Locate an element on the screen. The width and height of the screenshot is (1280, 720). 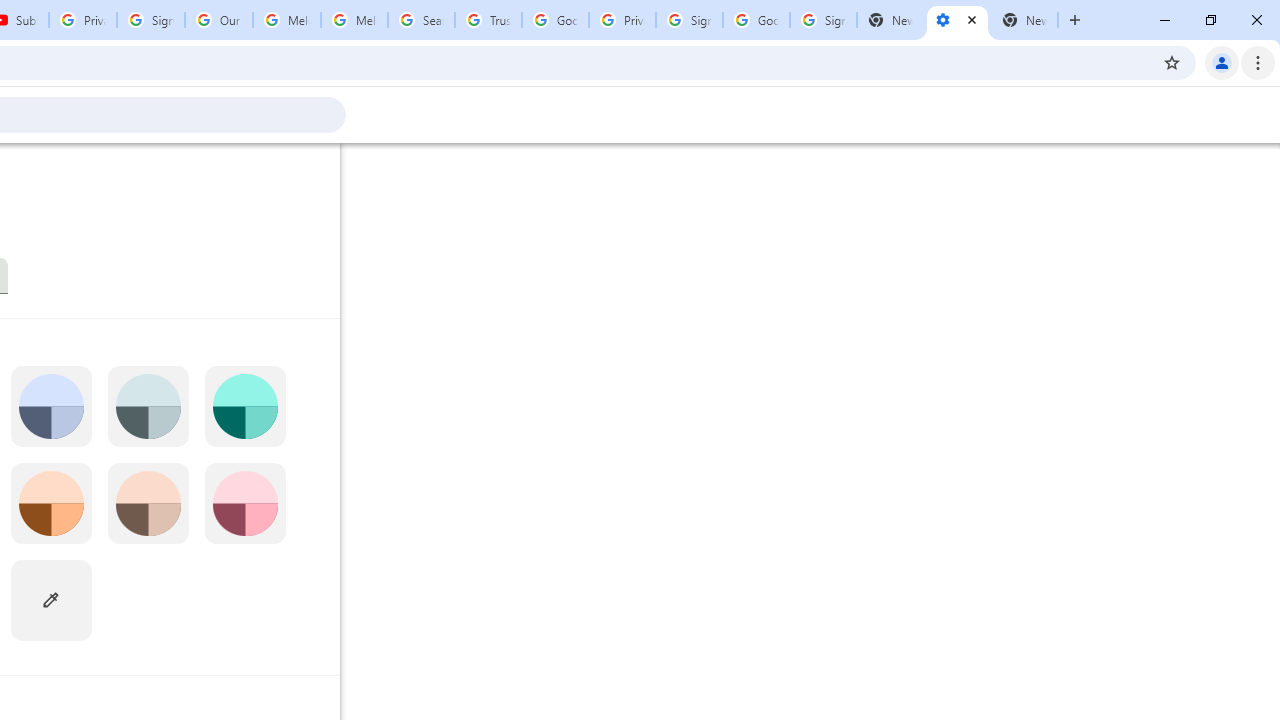
'Trusted Information and Content - Google Safety Center' is located at coordinates (488, 20).